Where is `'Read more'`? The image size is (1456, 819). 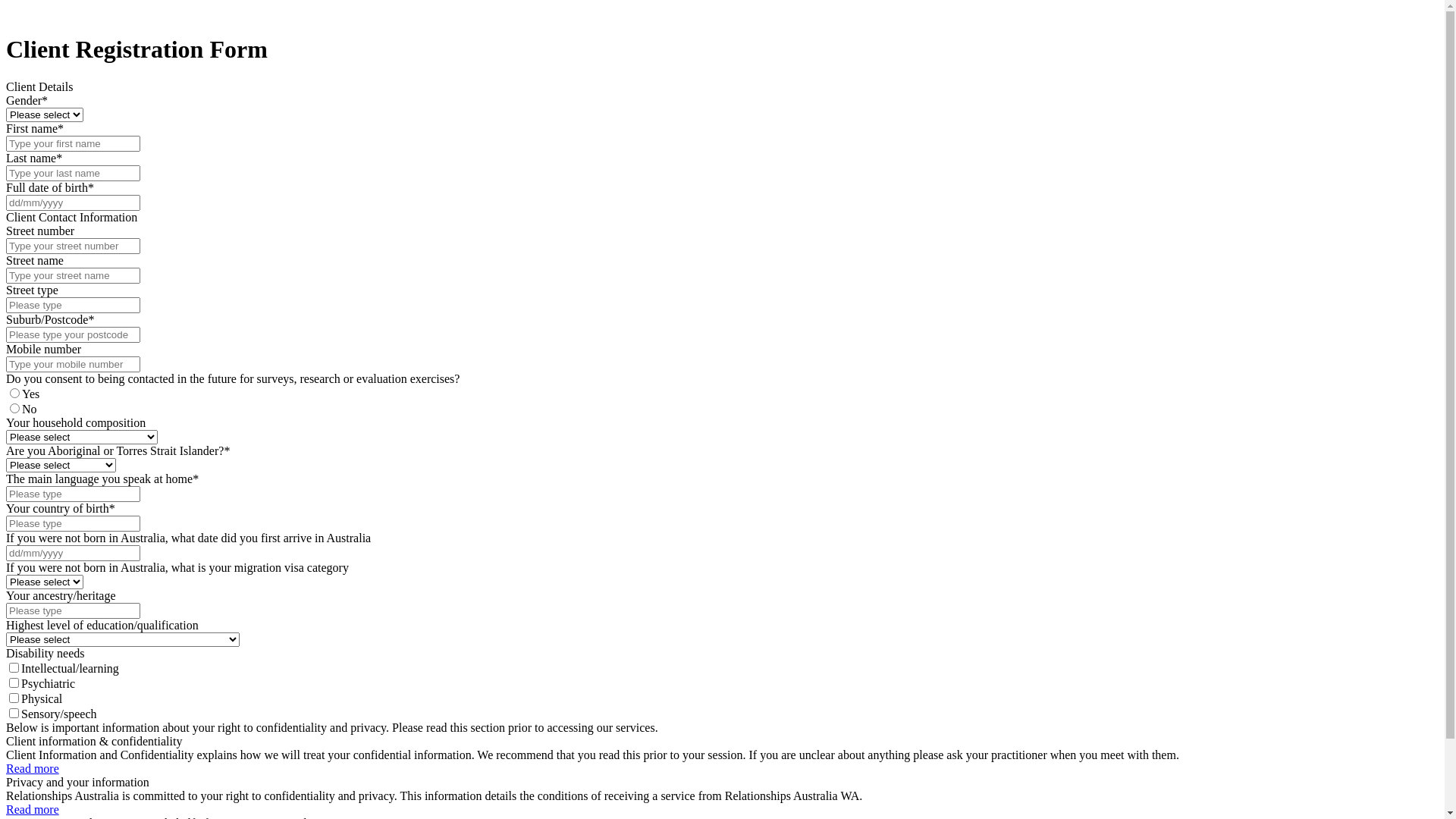 'Read more' is located at coordinates (33, 808).